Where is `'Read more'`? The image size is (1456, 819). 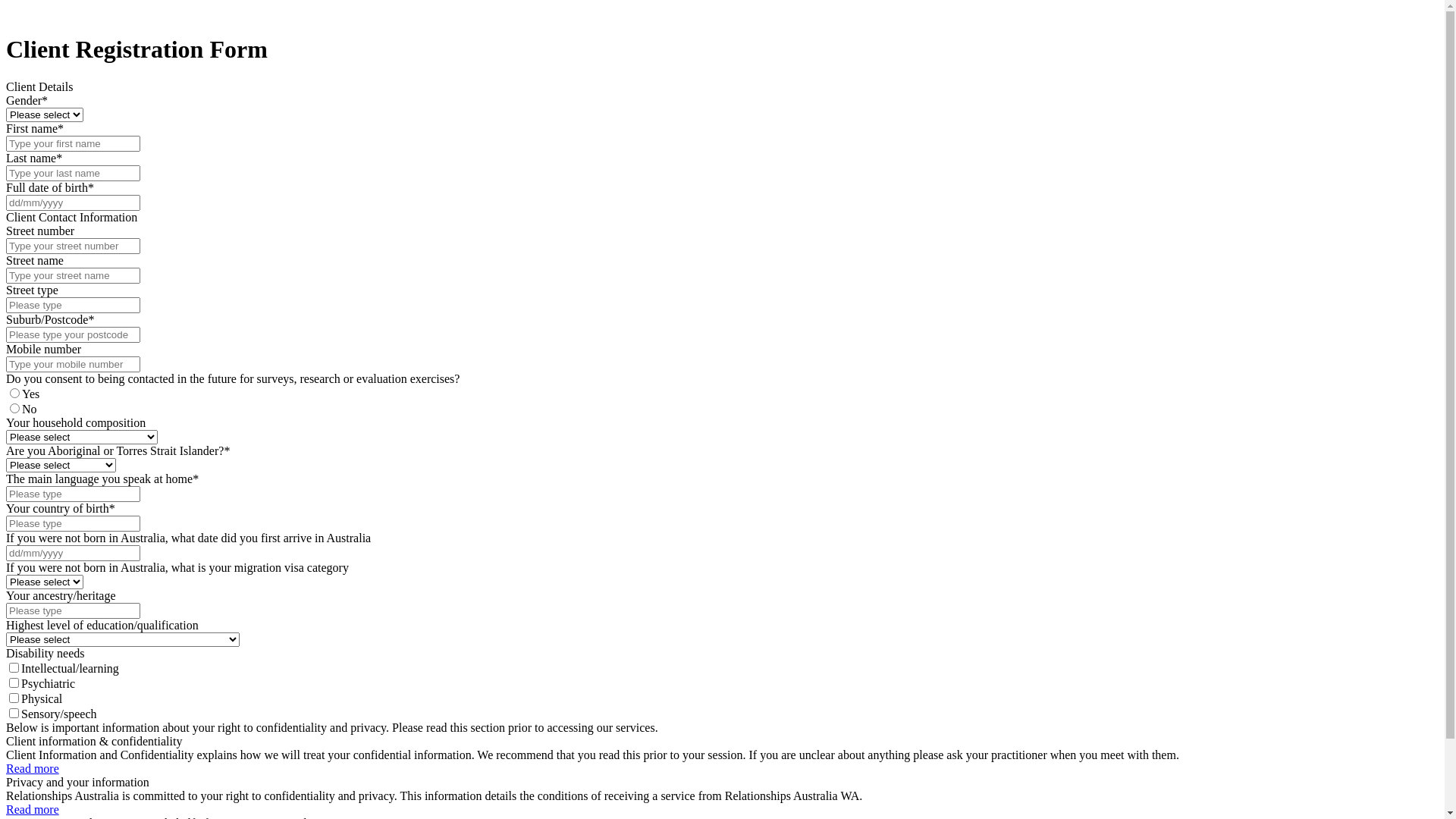 'Read more' is located at coordinates (33, 808).